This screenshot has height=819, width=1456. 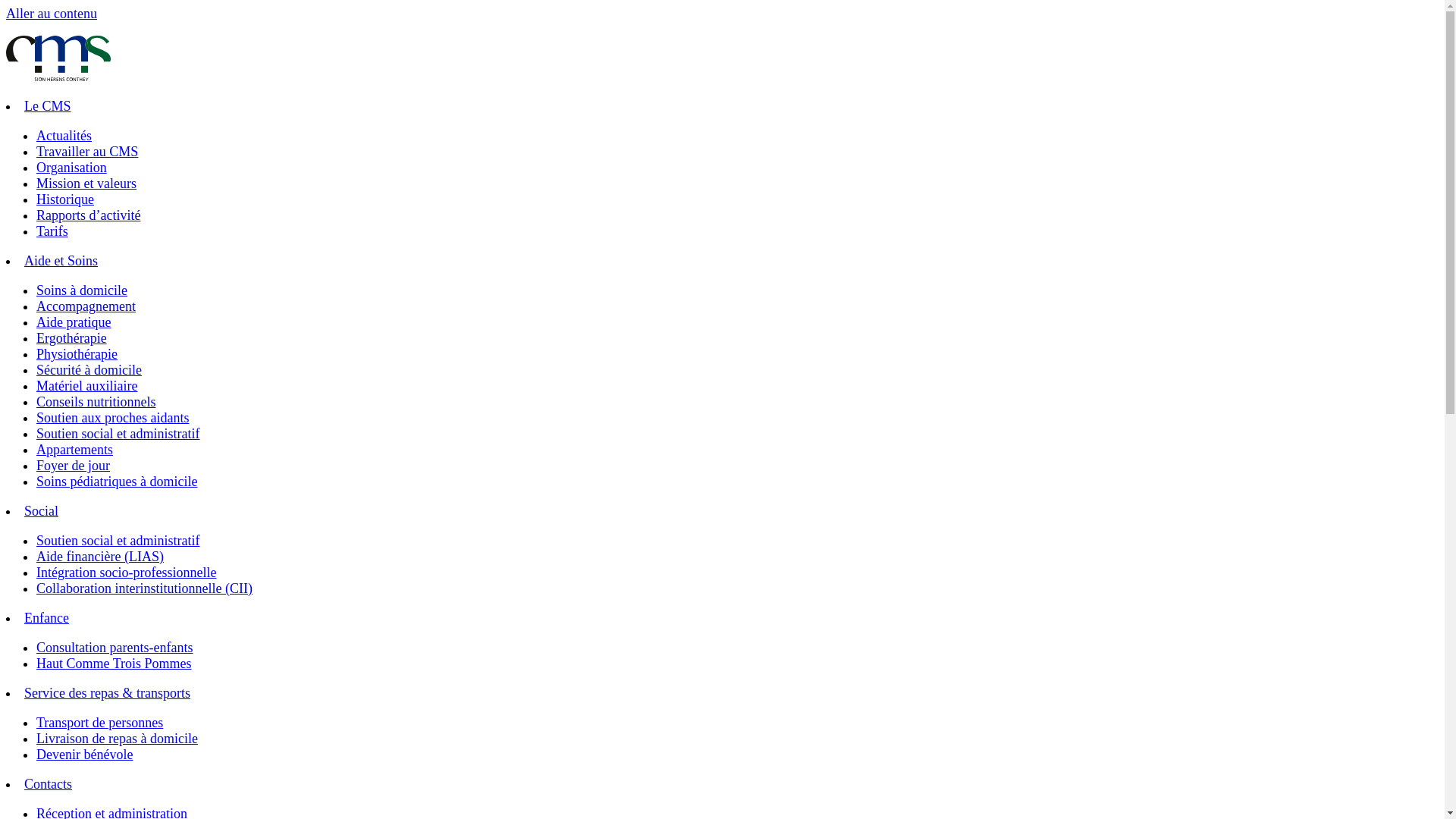 I want to click on 'Enfance', so click(x=46, y=617).